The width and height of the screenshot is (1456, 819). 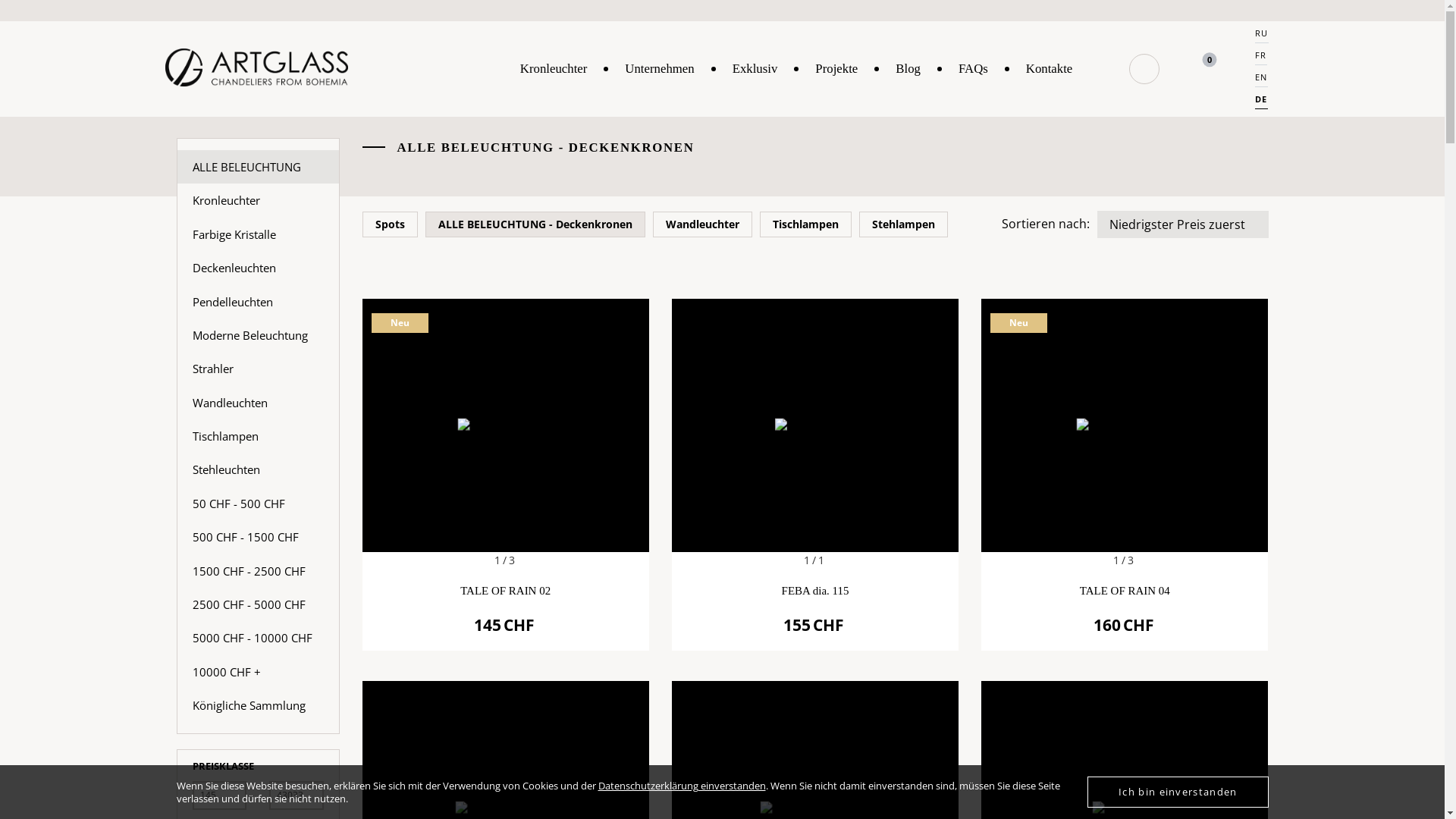 I want to click on '2500 CHF - 5000 CHF', so click(x=258, y=604).